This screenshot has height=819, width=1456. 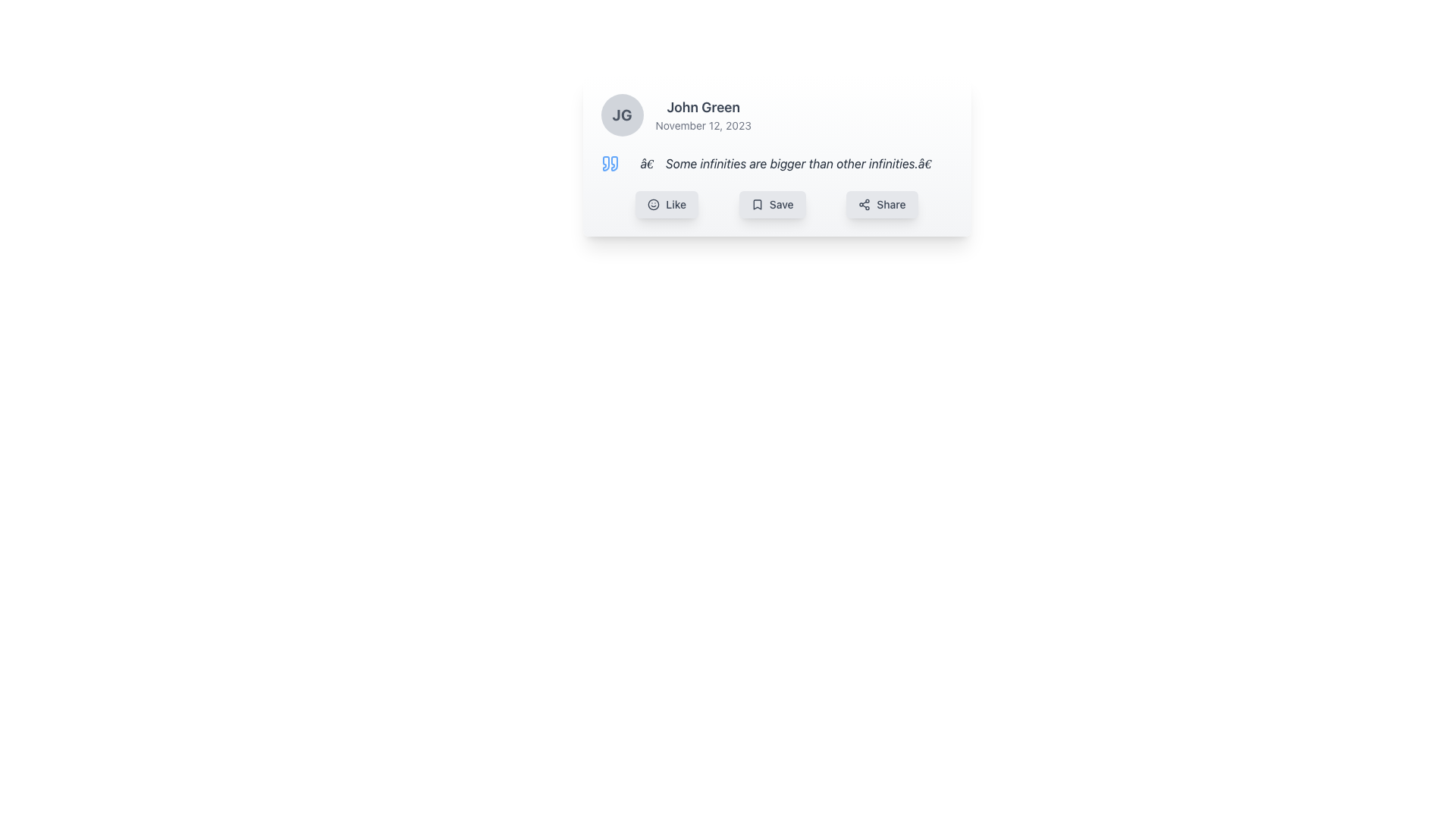 What do you see at coordinates (702, 107) in the screenshot?
I see `text label displaying 'John Green', which is bold and larger than surrounding text, located at the top-left of the card layout above the date 'November 12, 2023'` at bounding box center [702, 107].